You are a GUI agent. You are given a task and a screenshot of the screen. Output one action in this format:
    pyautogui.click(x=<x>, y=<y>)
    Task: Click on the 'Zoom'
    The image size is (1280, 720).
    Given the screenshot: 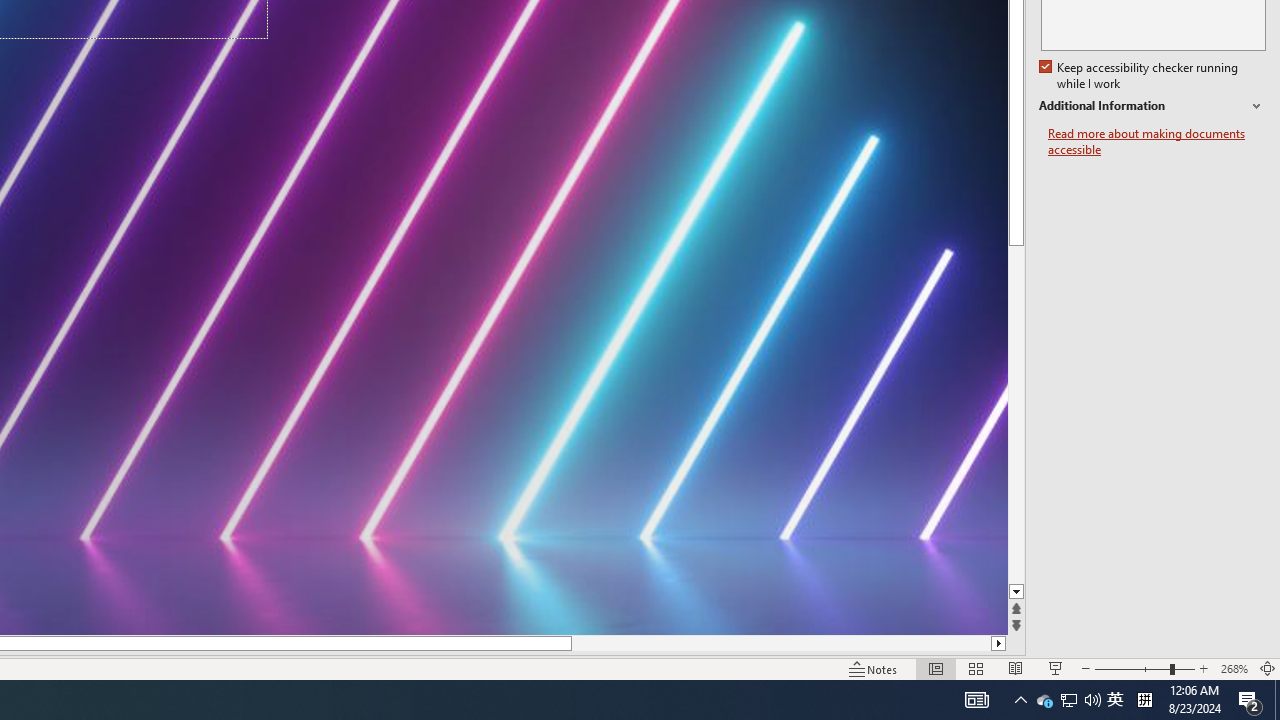 What is the action you would take?
    pyautogui.click(x=1144, y=669)
    